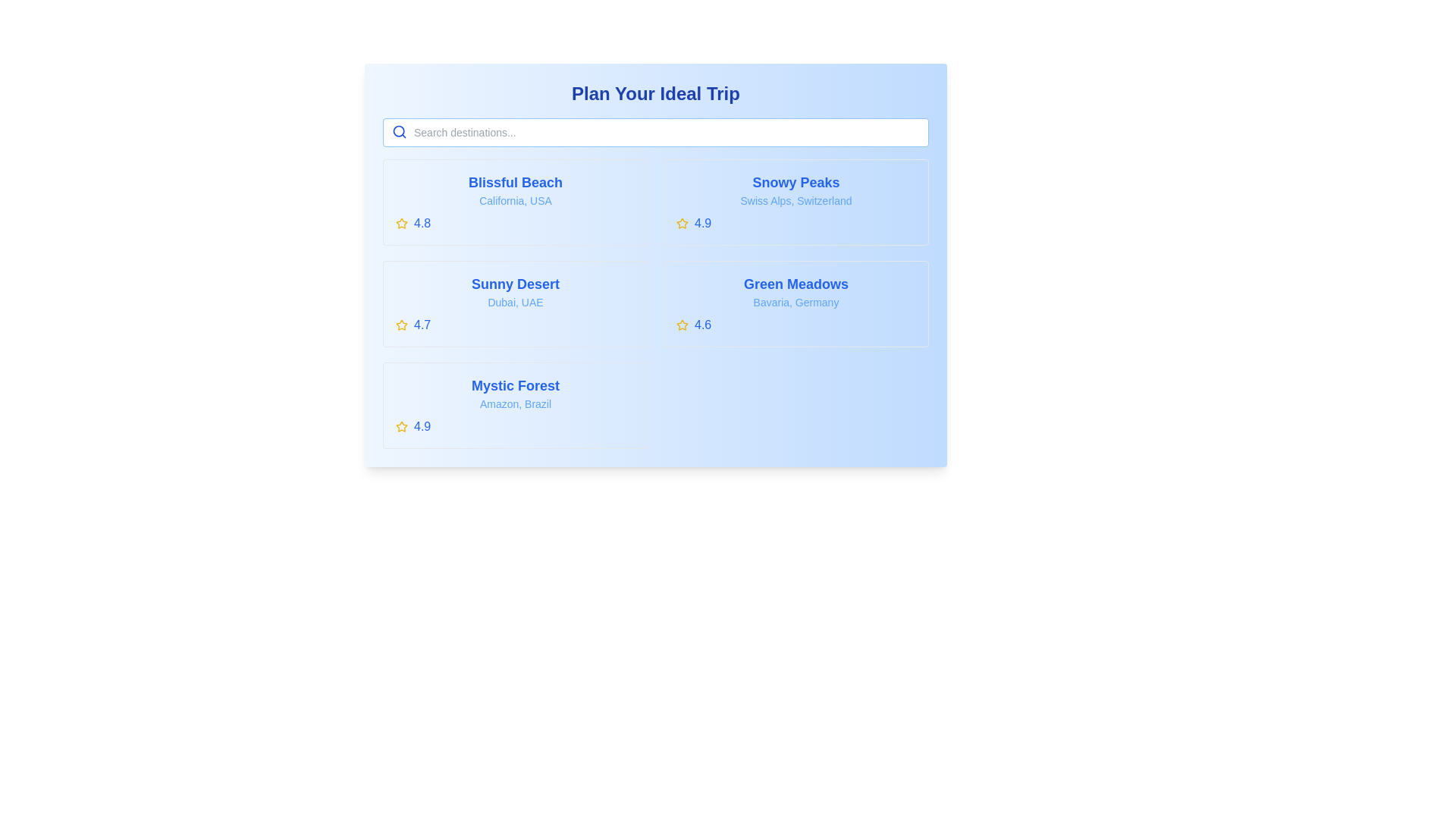  Describe the element at coordinates (795, 181) in the screenshot. I see `the destination name label located in the top-right quadrant of the application interface, above the subtitle 'Swiss Alps, Switzerland'` at that location.